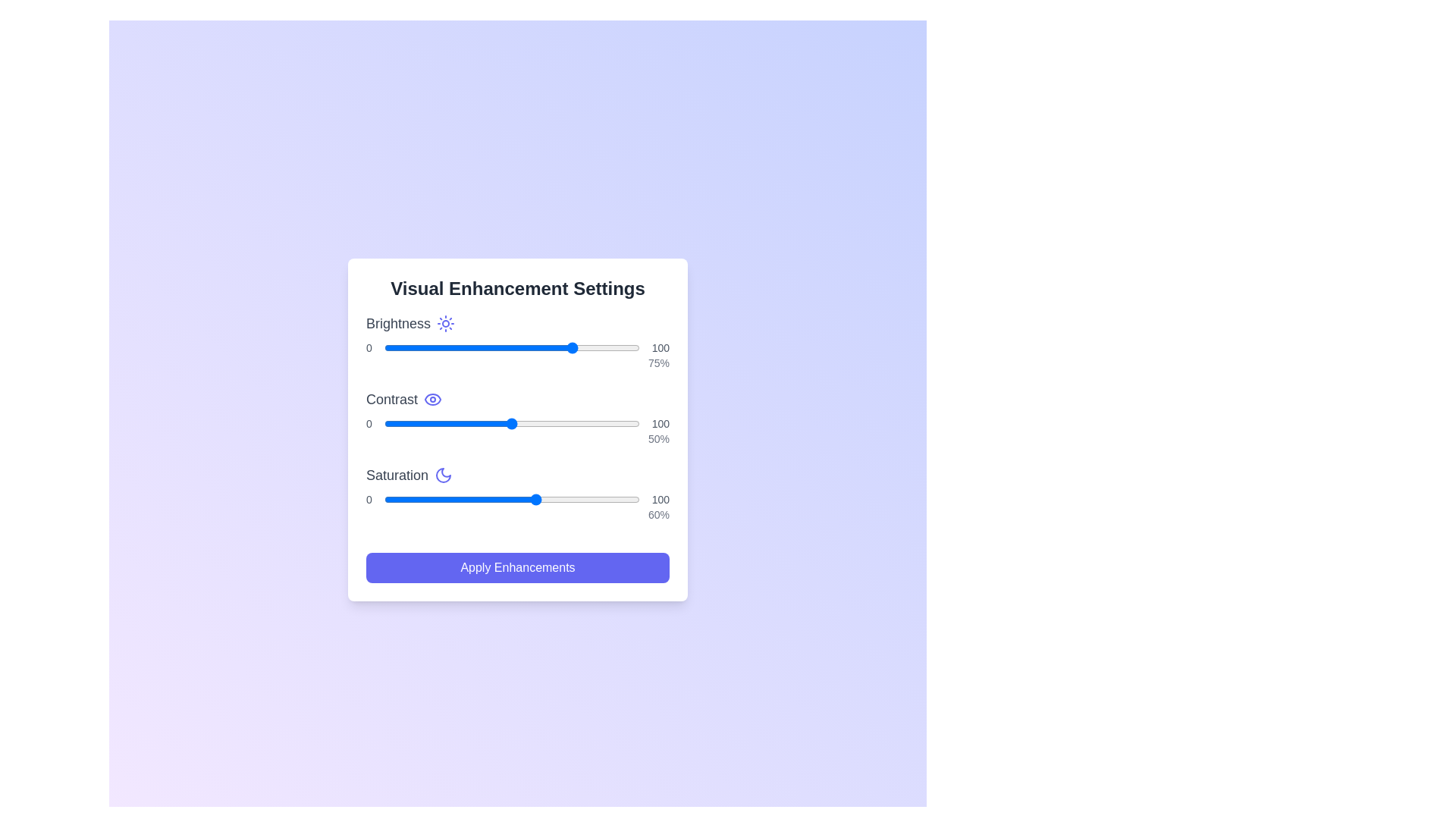 This screenshot has height=819, width=1456. I want to click on the contrast slider to set the contrast to 12%, so click(415, 424).